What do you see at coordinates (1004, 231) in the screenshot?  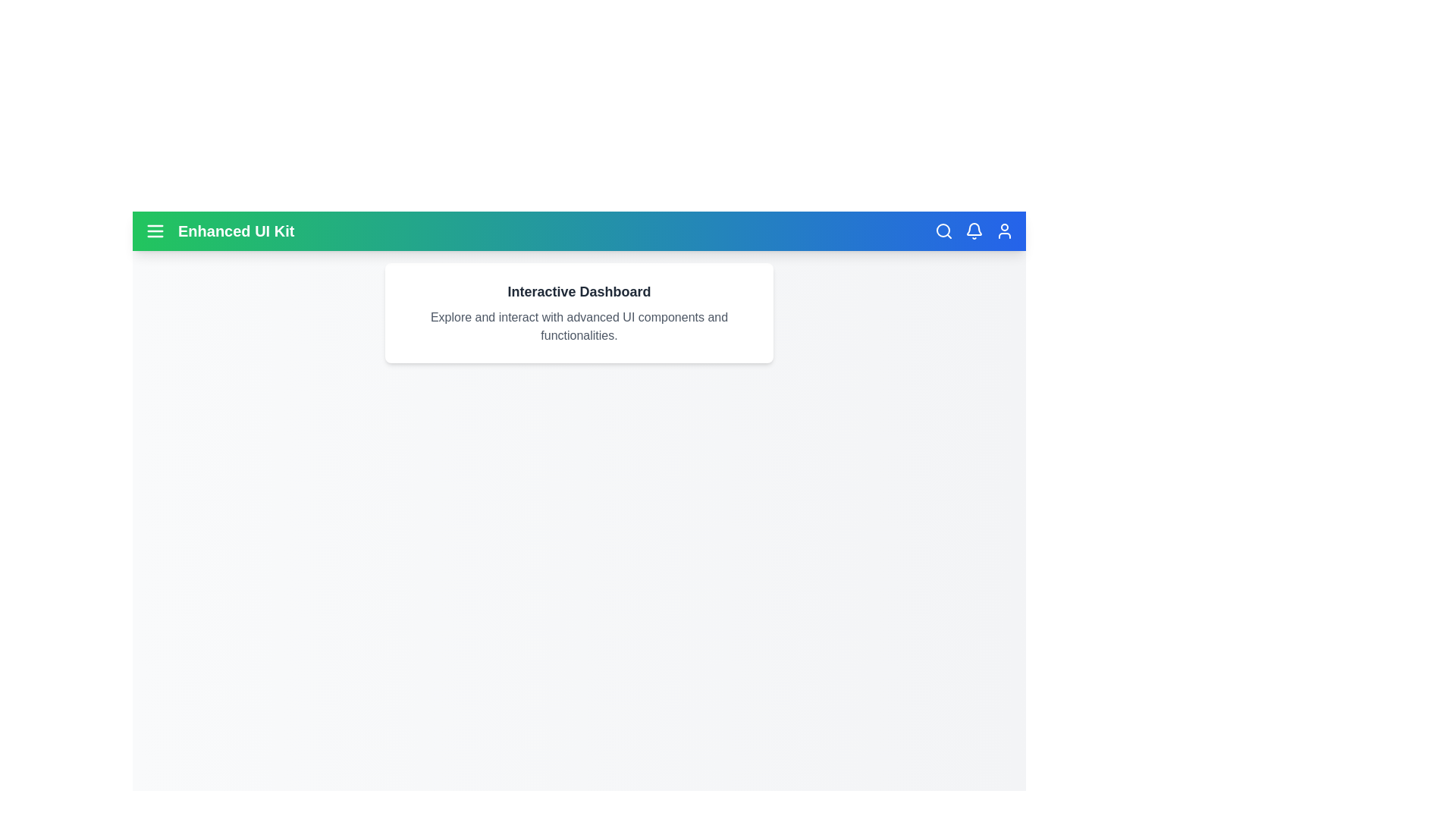 I see `the user icon to access user options` at bounding box center [1004, 231].